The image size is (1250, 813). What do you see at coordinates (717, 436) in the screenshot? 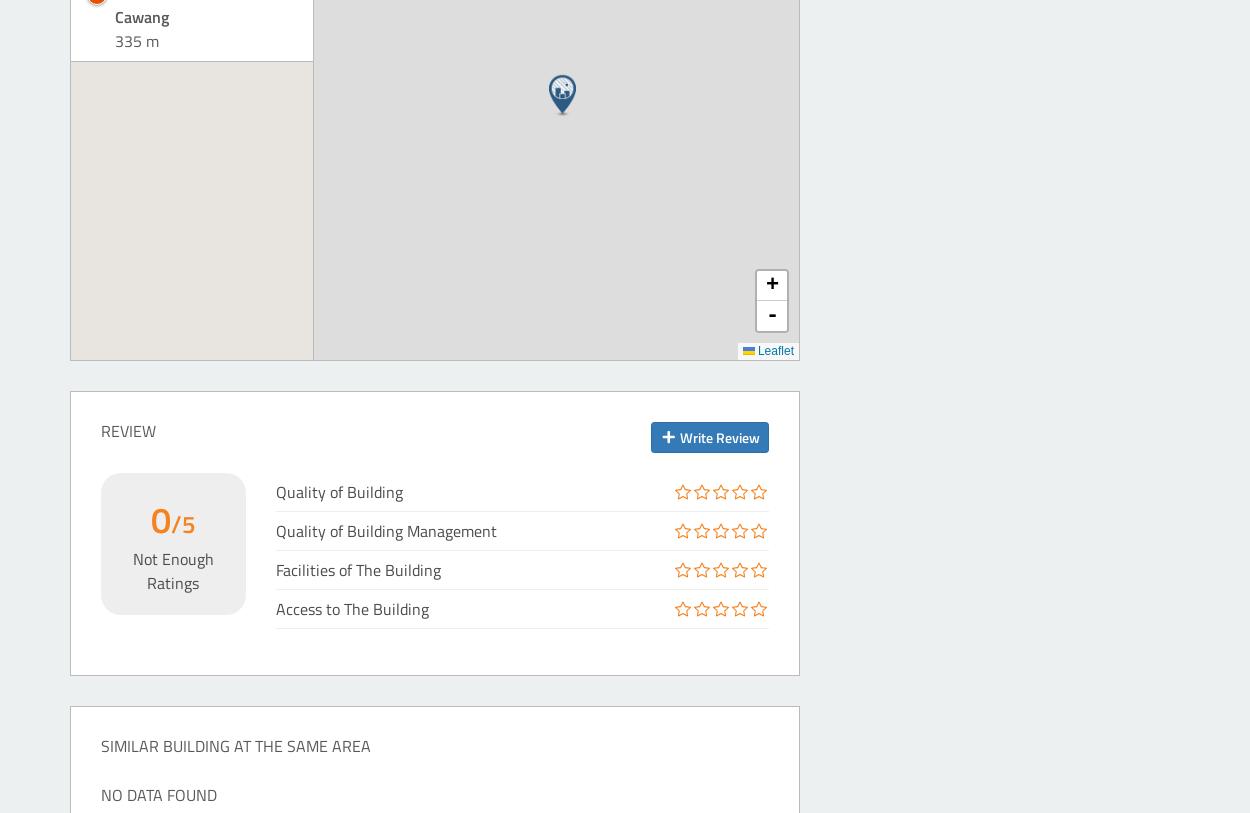
I see `'Write Review'` at bounding box center [717, 436].